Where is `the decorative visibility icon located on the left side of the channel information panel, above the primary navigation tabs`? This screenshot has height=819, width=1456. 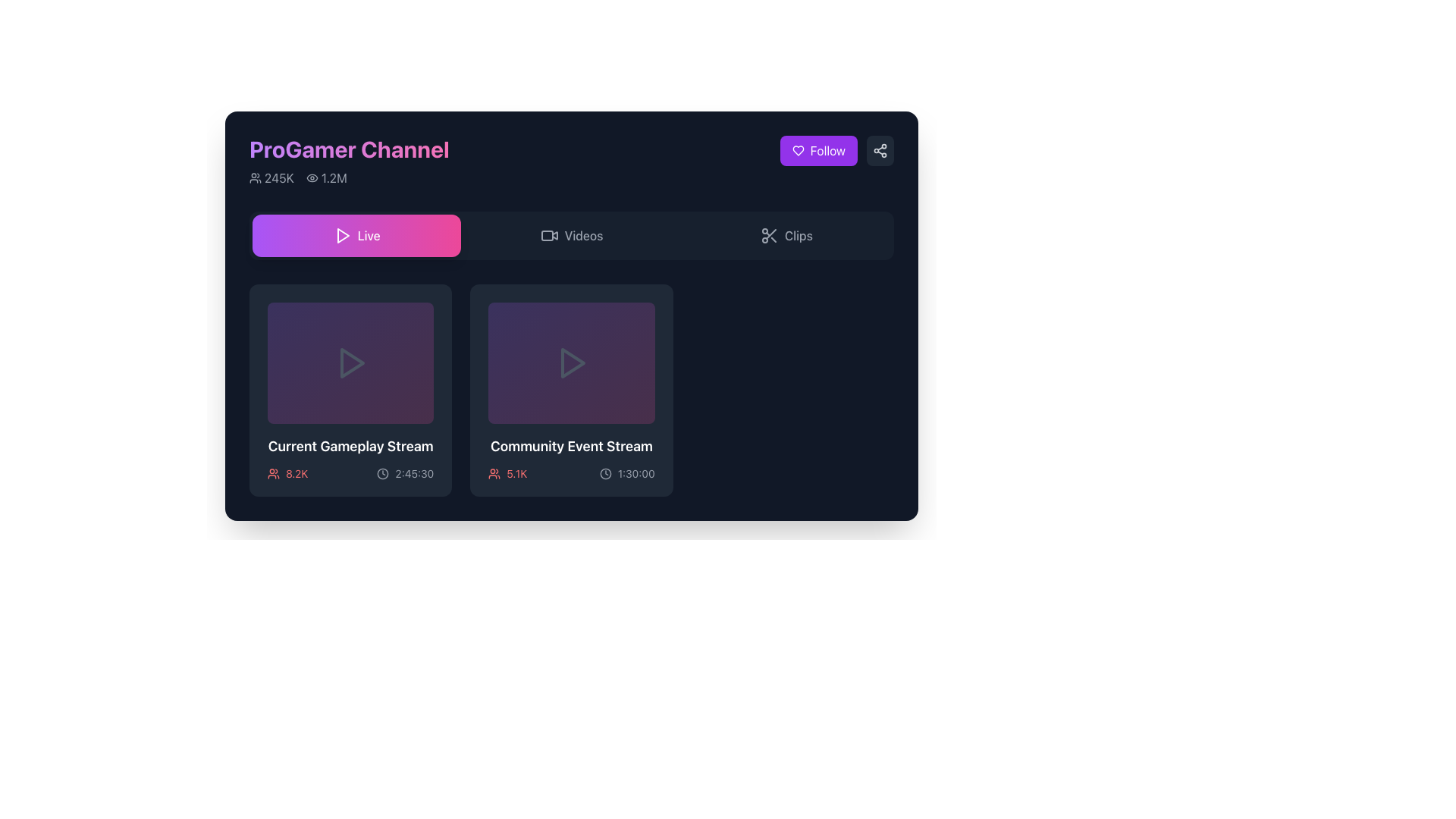
the decorative visibility icon located on the left side of the channel information panel, above the primary navigation tabs is located at coordinates (311, 177).